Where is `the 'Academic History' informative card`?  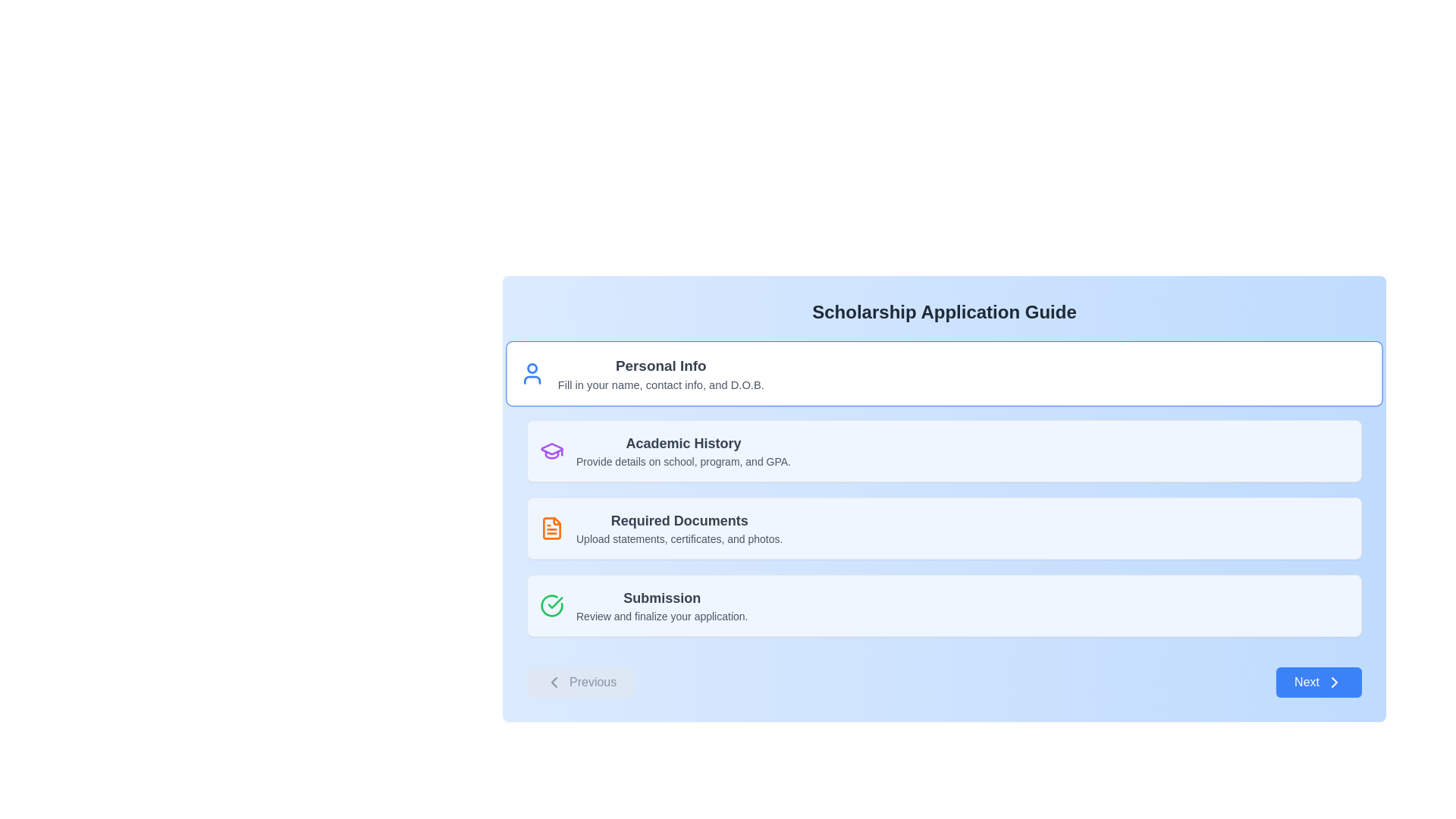 the 'Academic History' informative card is located at coordinates (943, 450).